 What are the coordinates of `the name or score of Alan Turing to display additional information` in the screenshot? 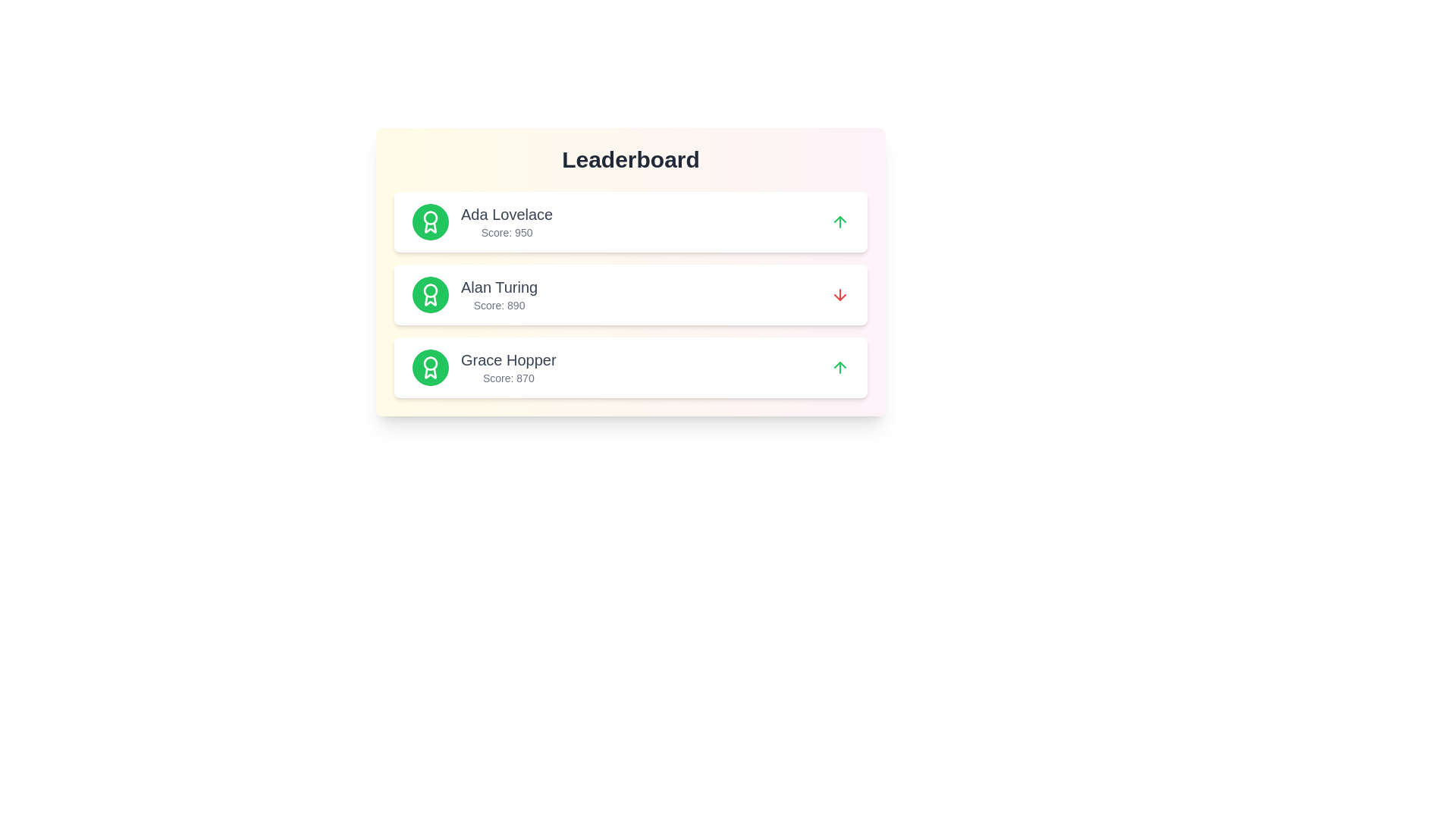 It's located at (499, 287).